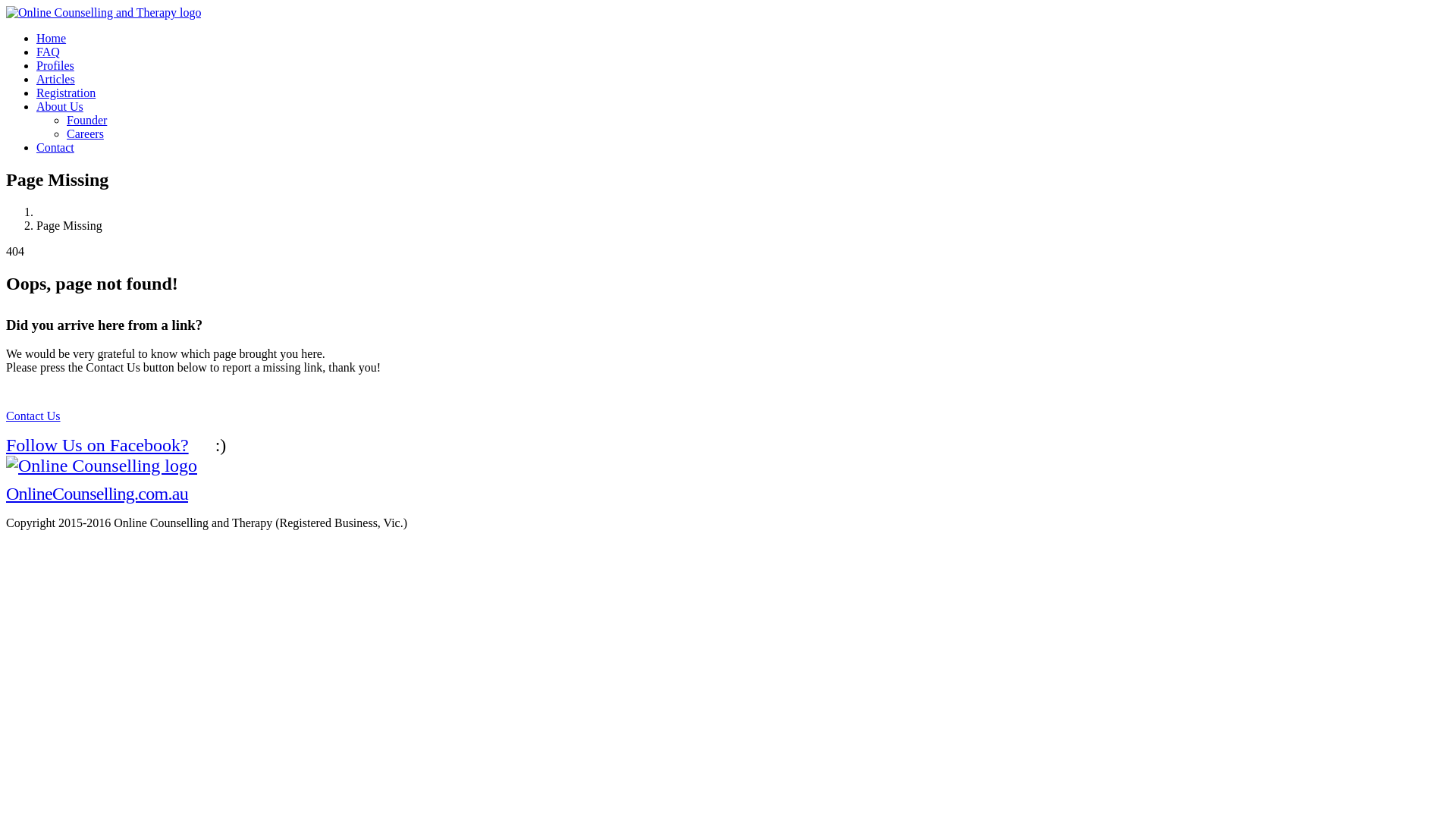 The width and height of the screenshot is (1456, 819). What do you see at coordinates (84, 133) in the screenshot?
I see `'Careers'` at bounding box center [84, 133].